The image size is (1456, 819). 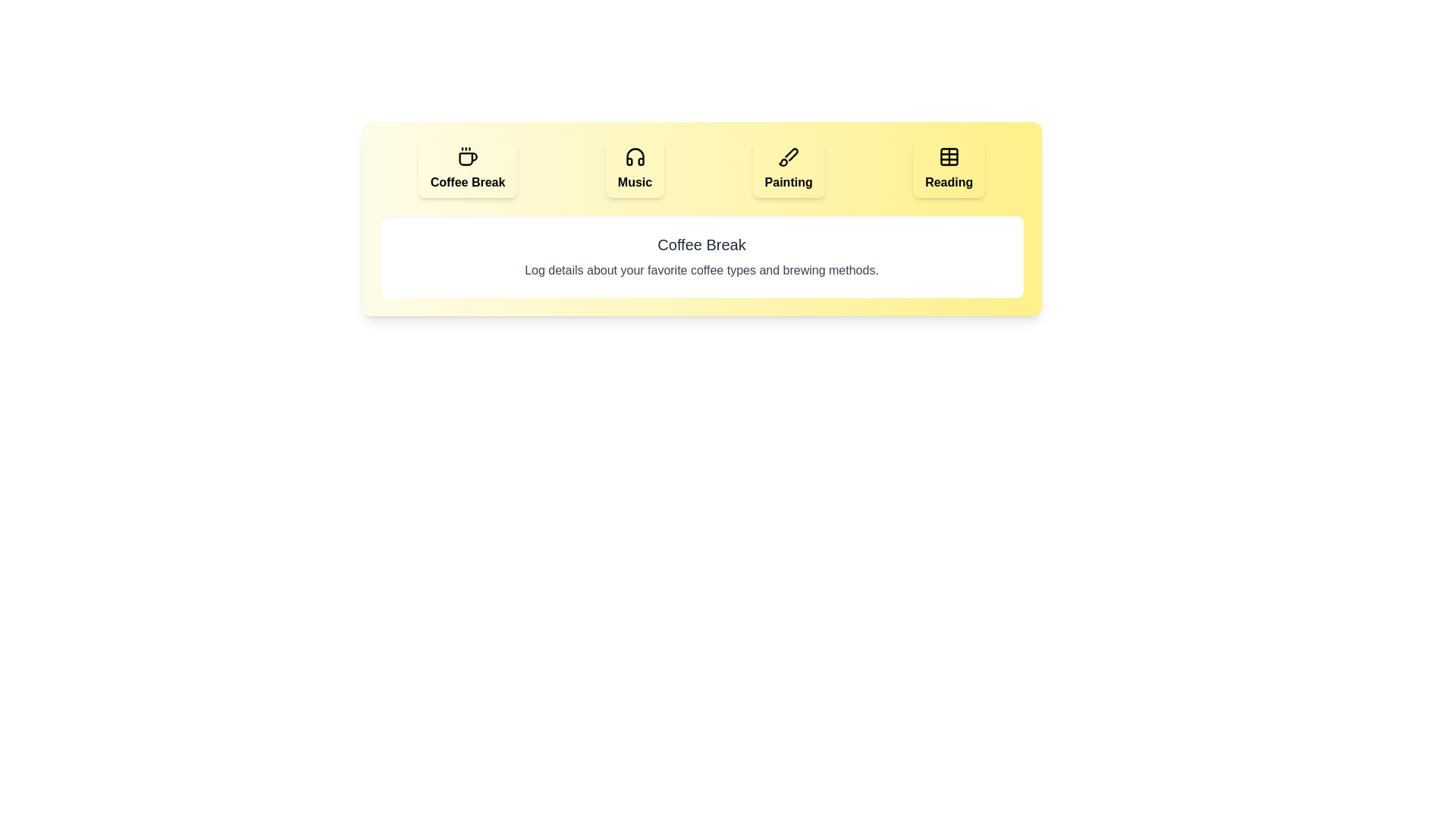 I want to click on the informational content block titled 'Coffee Break' which contains a description about logging coffee details, so click(x=701, y=219).